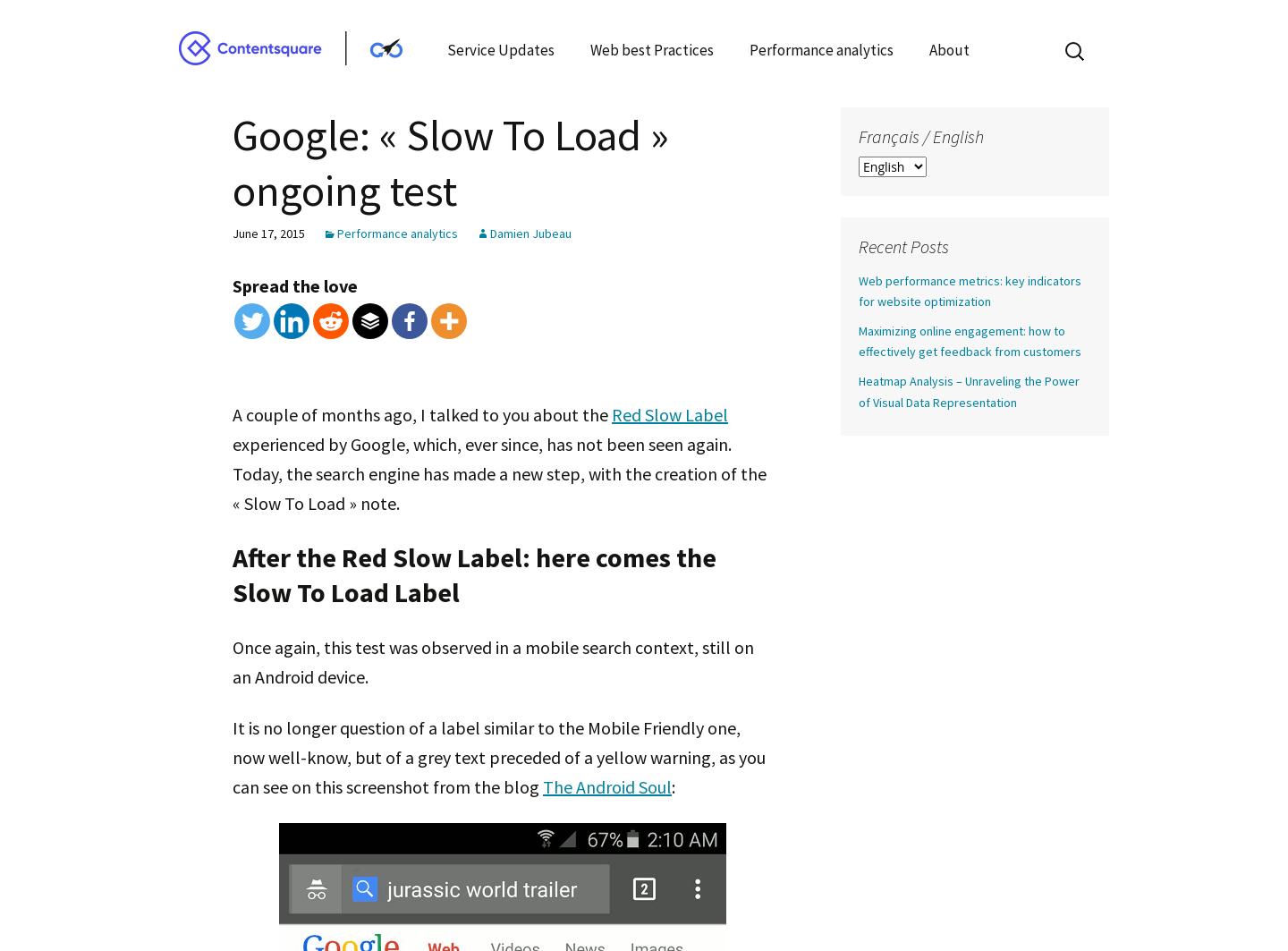  What do you see at coordinates (267, 233) in the screenshot?
I see `'June 17, 2015'` at bounding box center [267, 233].